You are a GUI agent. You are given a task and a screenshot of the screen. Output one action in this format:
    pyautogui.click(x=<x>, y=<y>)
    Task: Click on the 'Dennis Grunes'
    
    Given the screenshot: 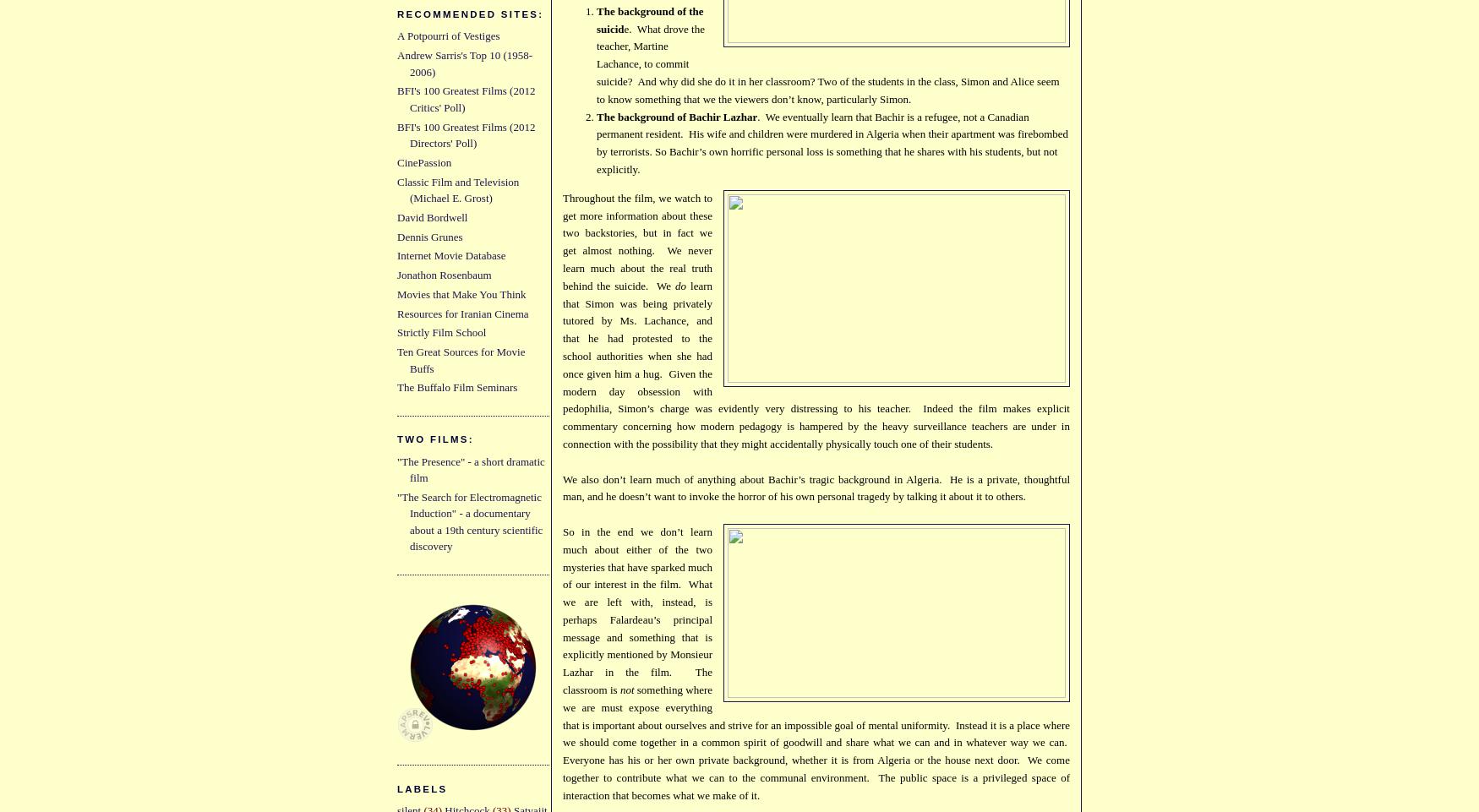 What is the action you would take?
    pyautogui.click(x=428, y=236)
    